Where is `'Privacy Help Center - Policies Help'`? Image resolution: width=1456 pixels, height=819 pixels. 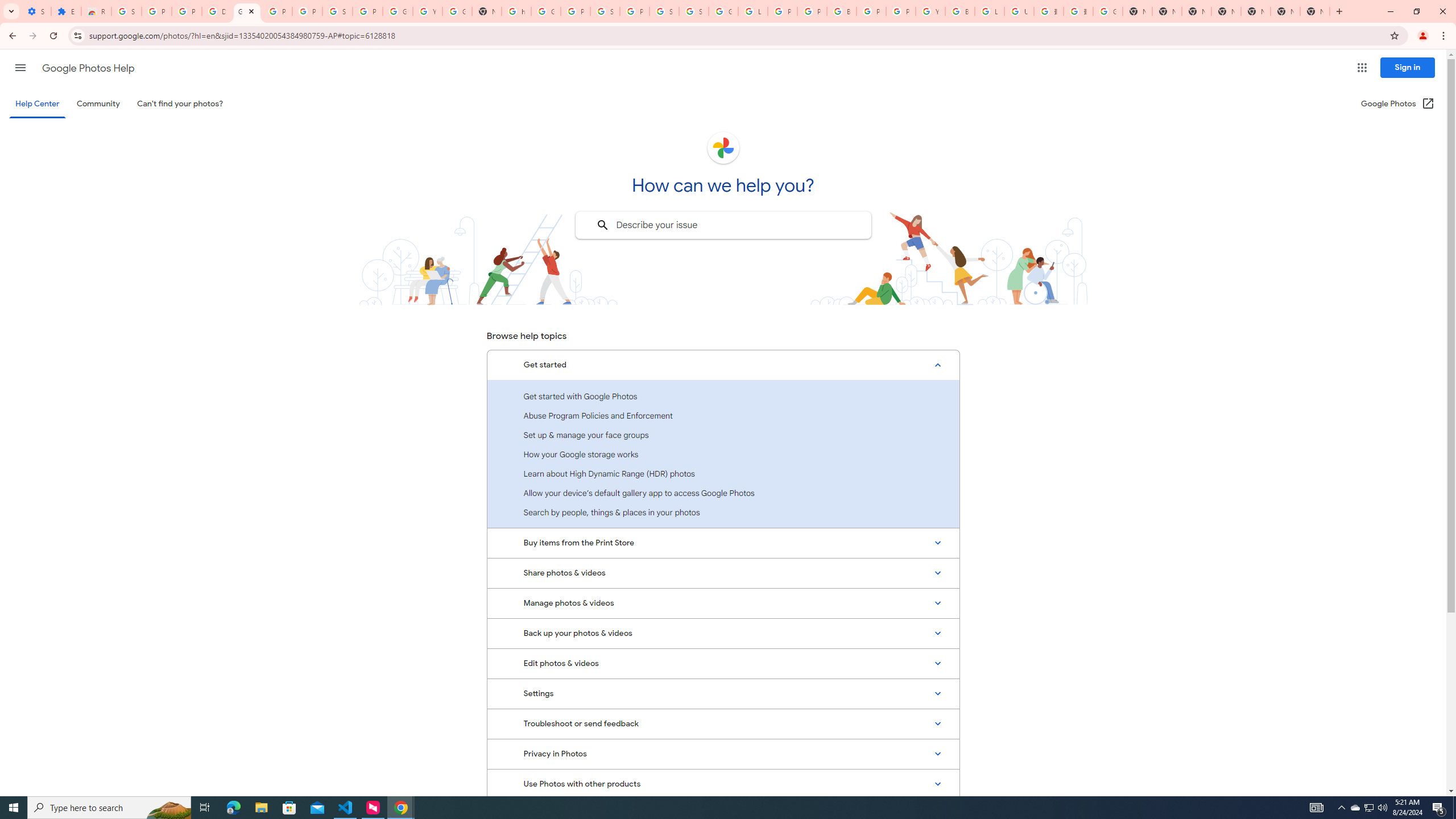 'Privacy Help Center - Policies Help' is located at coordinates (782, 11).